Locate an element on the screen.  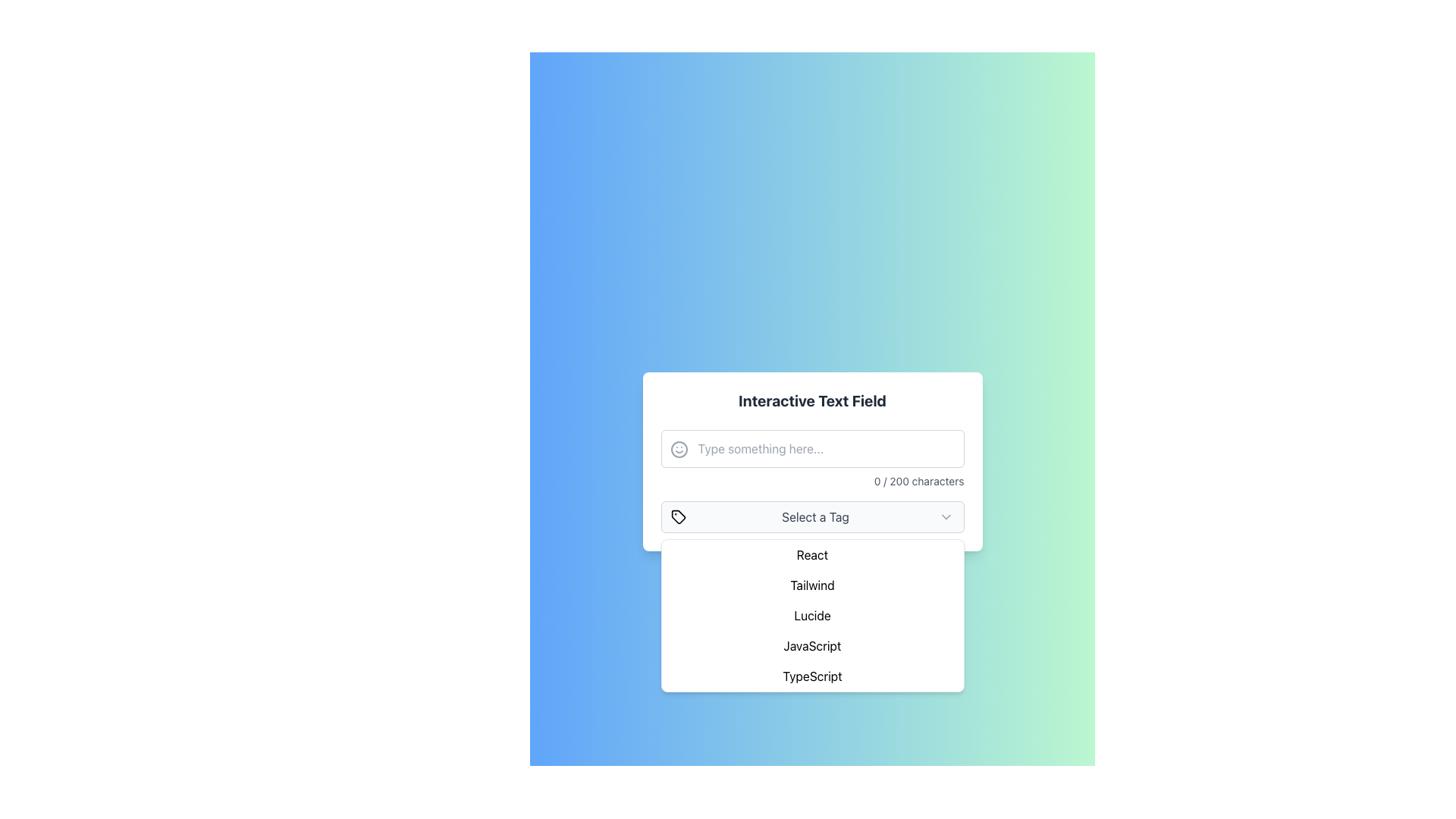
the icon located at the far-right end of the 'Select a Tag' field is located at coordinates (946, 516).